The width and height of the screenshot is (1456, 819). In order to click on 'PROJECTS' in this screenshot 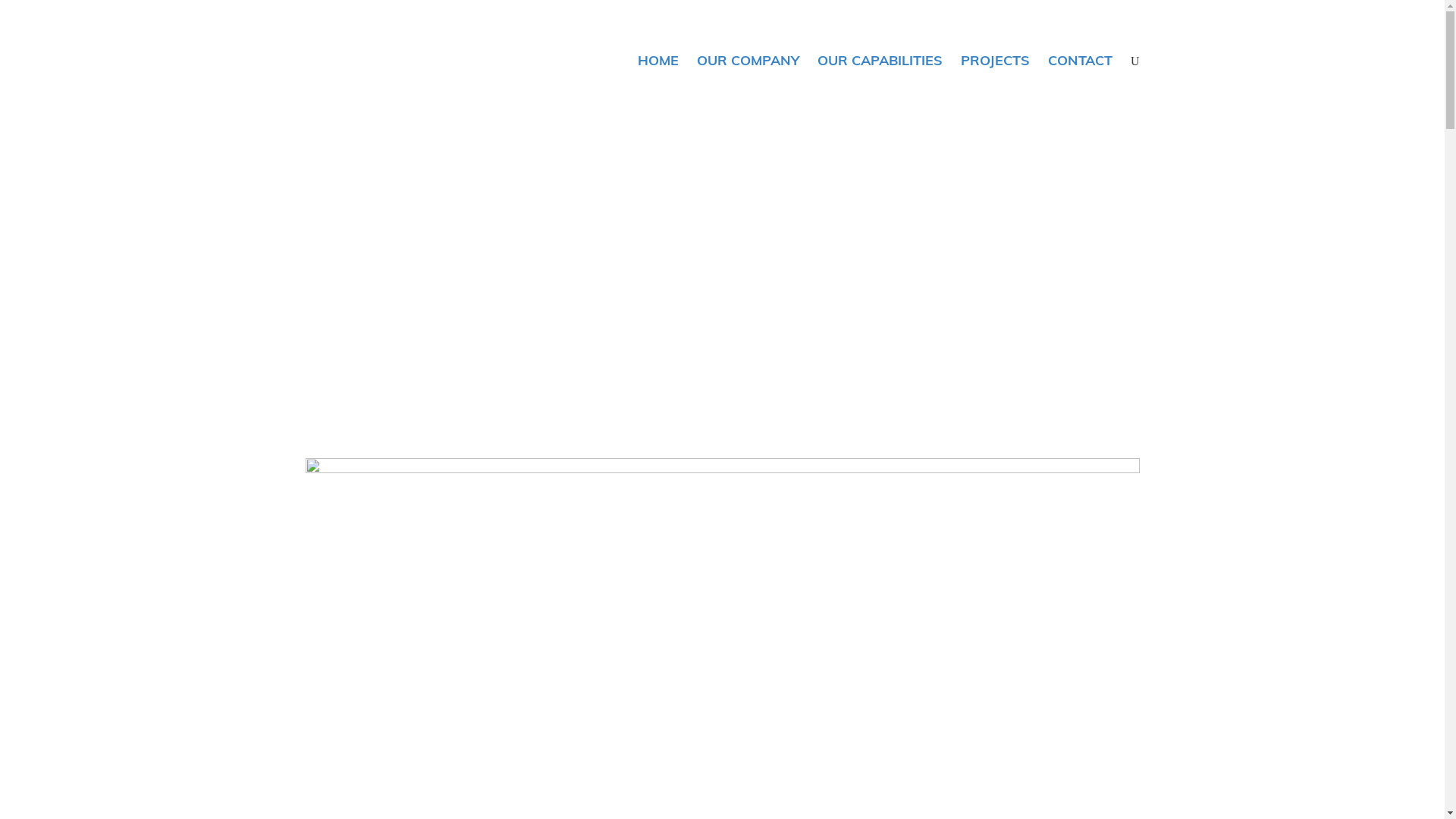, I will do `click(995, 60)`.